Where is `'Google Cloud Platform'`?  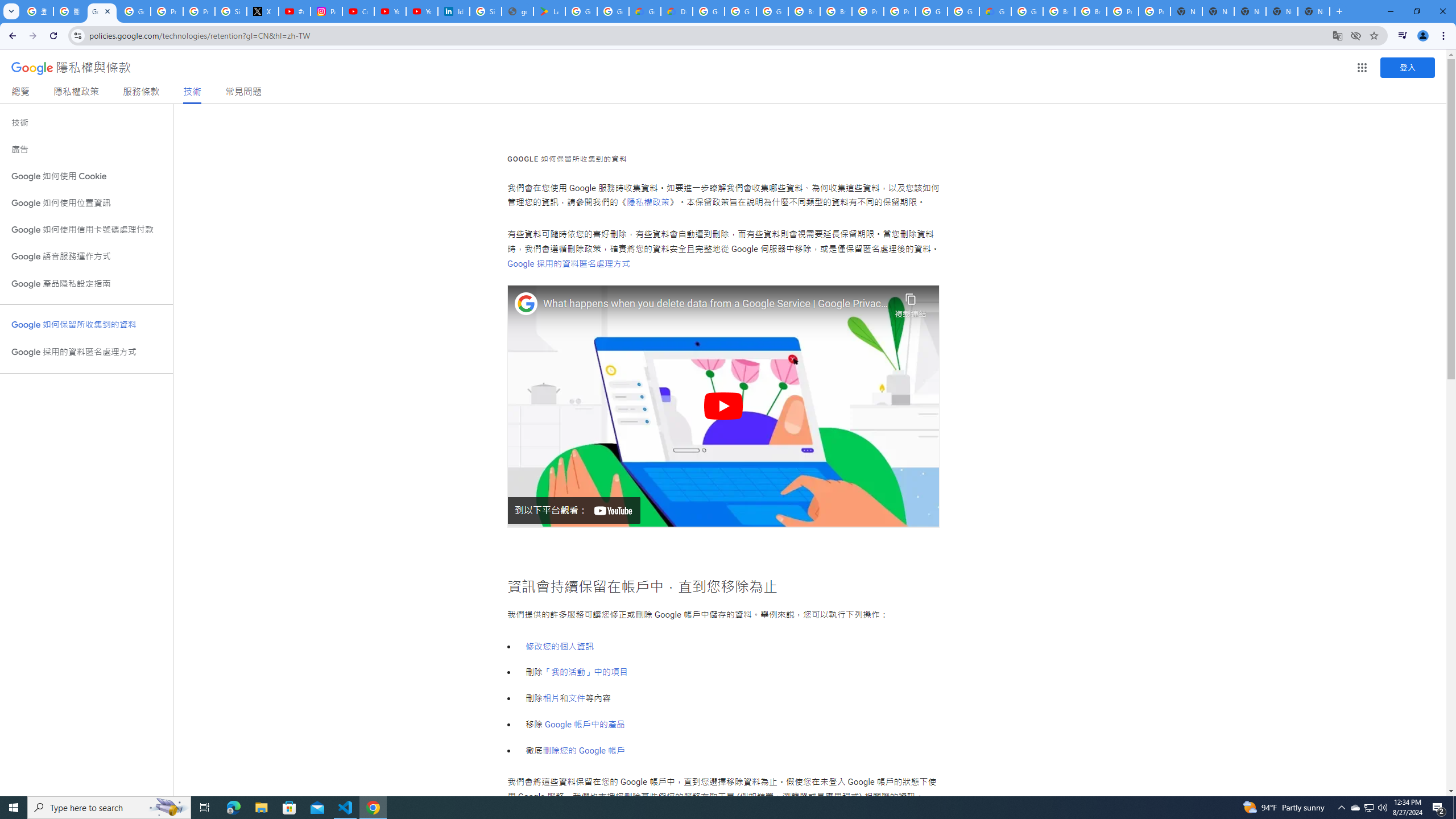
'Google Cloud Platform' is located at coordinates (1027, 11).